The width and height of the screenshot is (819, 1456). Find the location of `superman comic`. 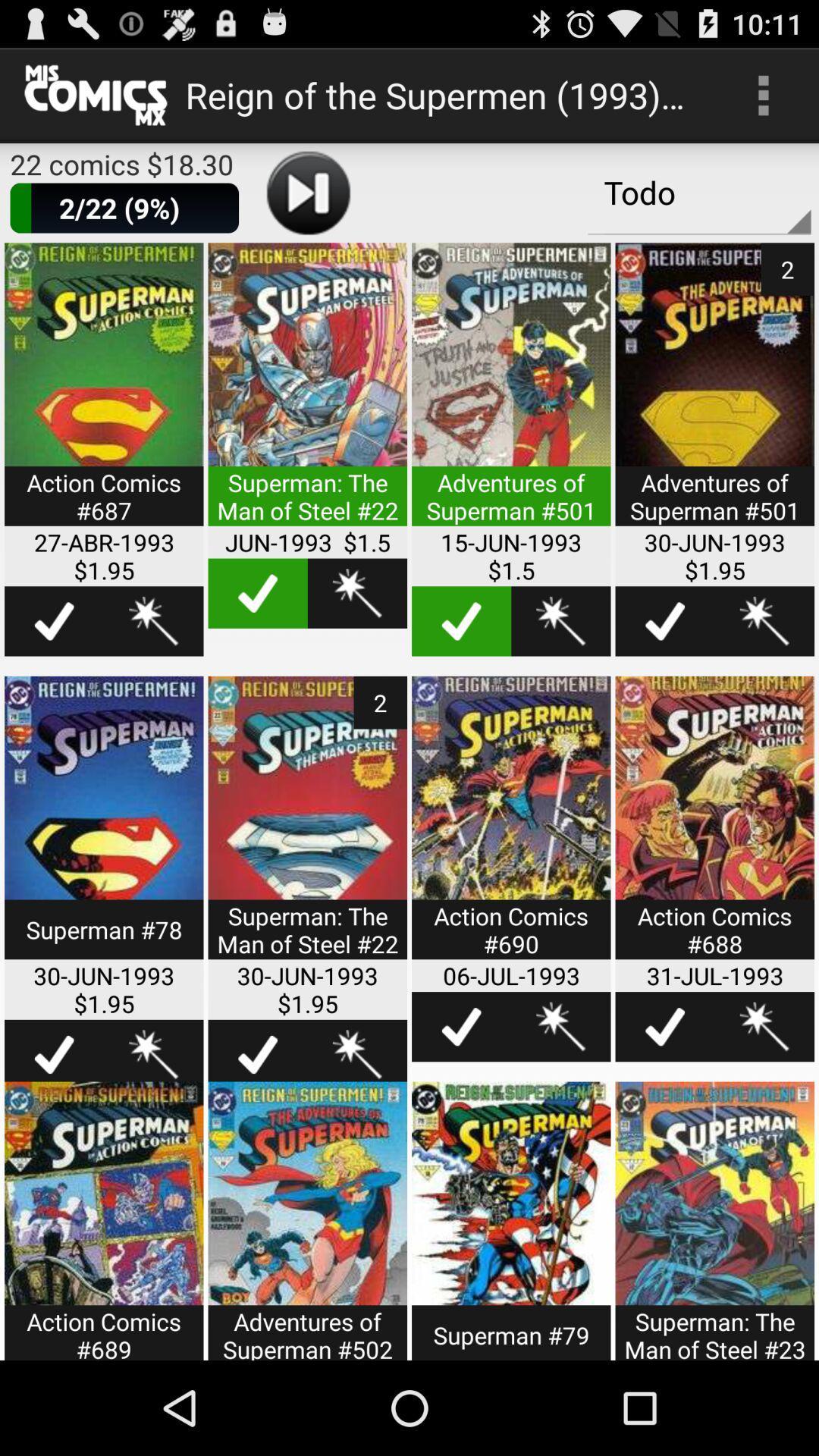

superman comic is located at coordinates (307, 1221).